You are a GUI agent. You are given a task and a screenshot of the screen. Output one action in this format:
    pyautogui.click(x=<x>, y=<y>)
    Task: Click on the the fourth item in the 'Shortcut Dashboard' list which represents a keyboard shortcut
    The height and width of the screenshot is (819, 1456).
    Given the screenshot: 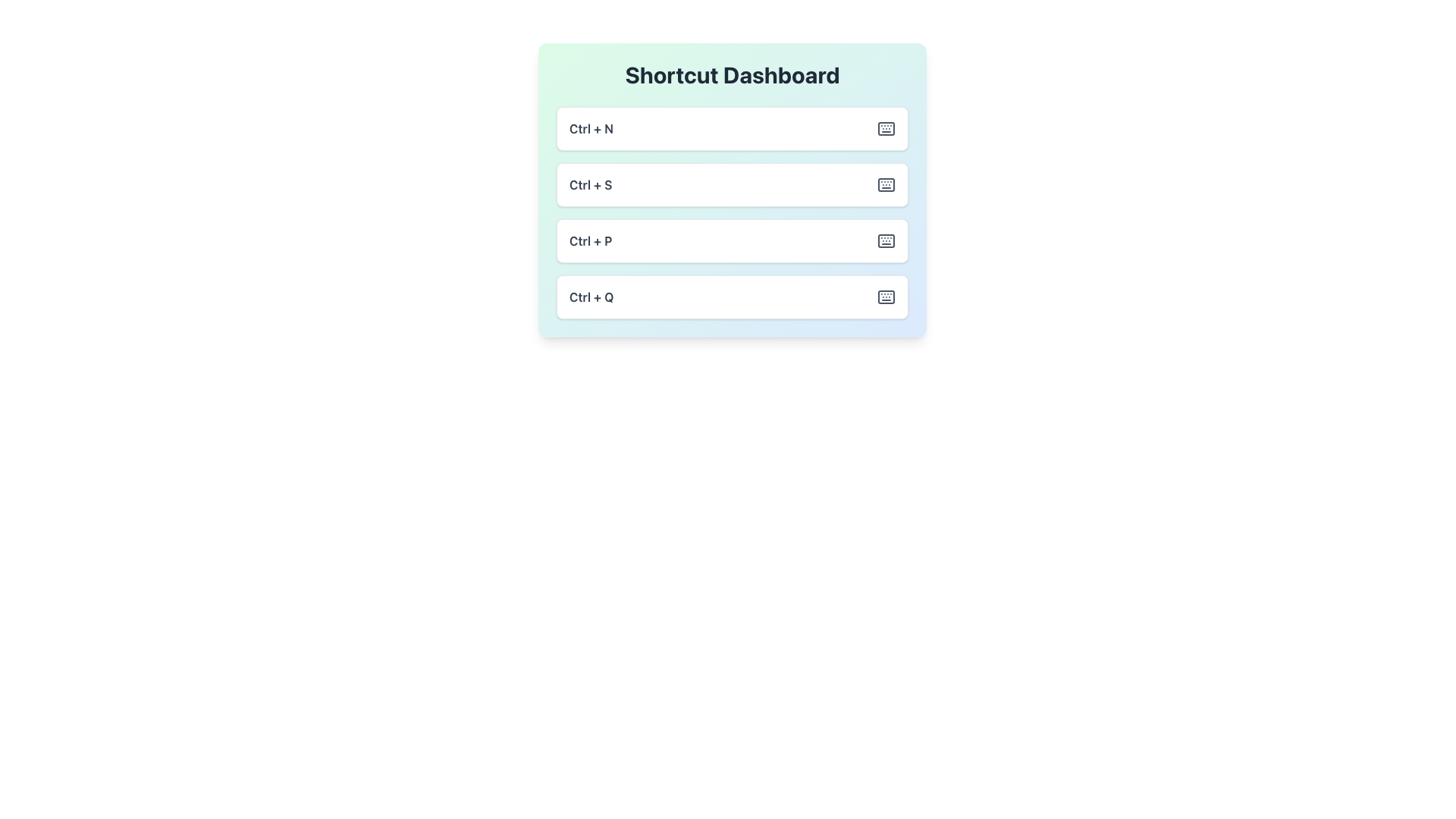 What is the action you would take?
    pyautogui.click(x=732, y=297)
    